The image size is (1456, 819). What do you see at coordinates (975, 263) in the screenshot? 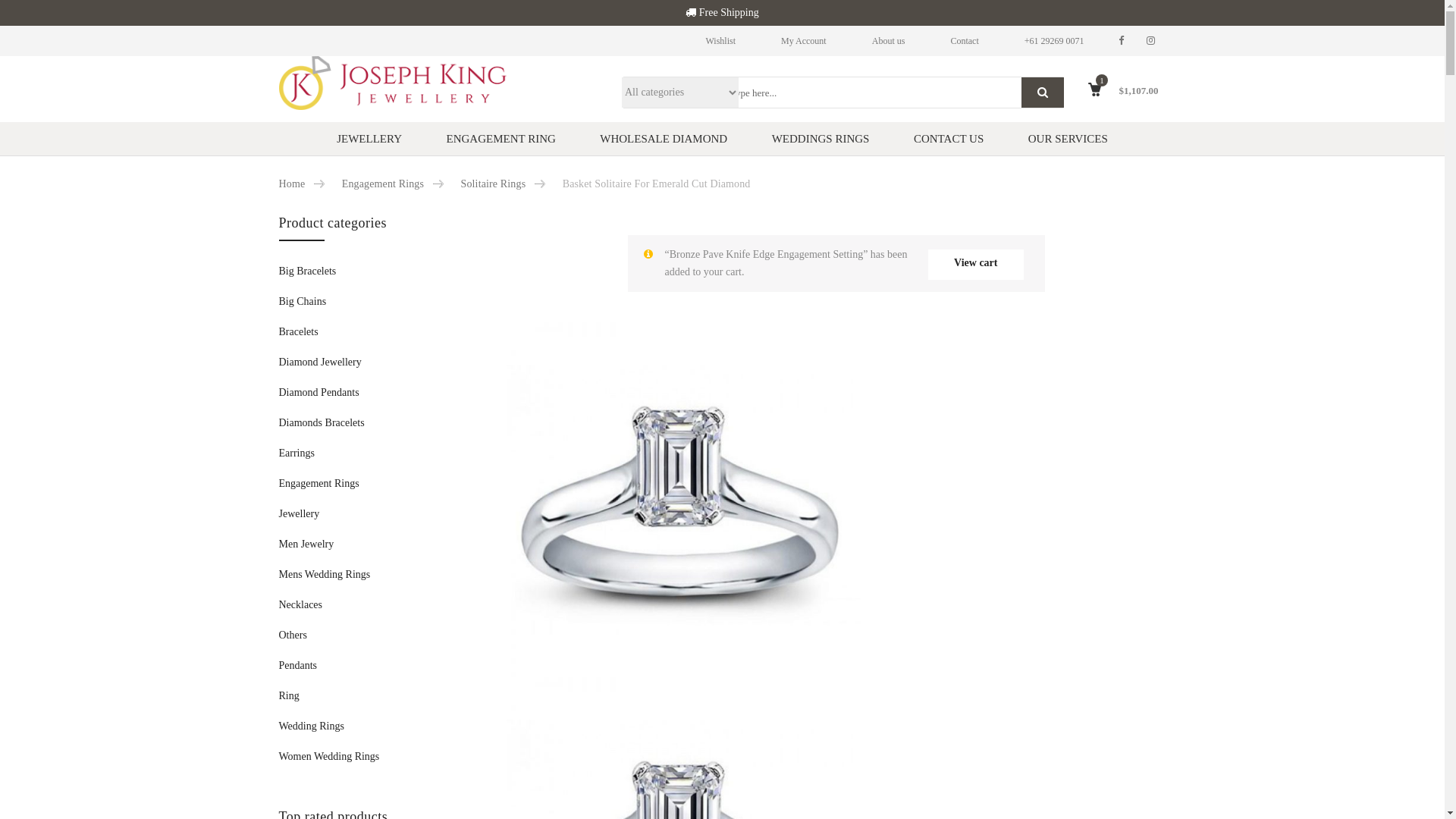
I see `'View cart'` at bounding box center [975, 263].